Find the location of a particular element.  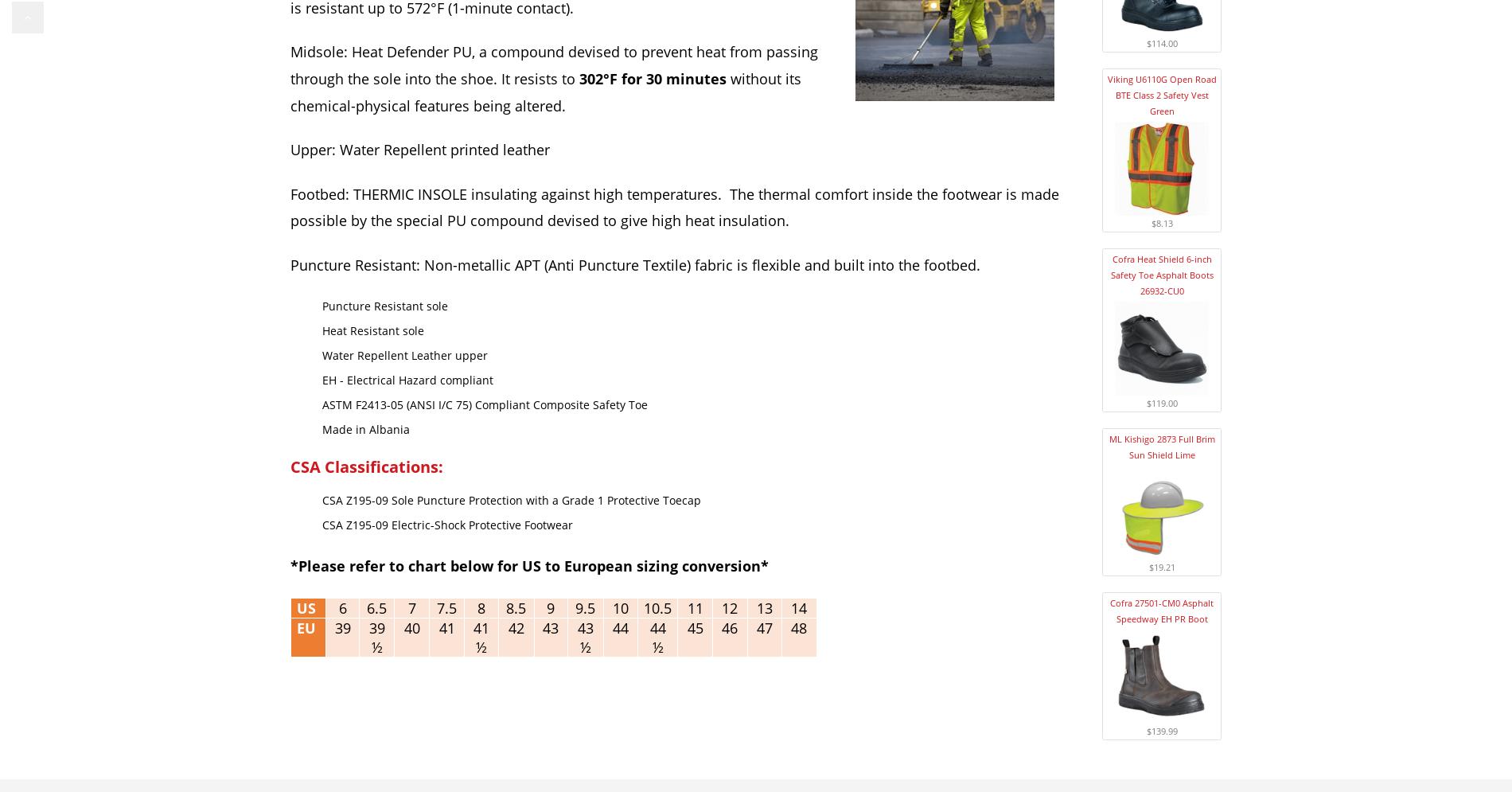

'$19.21' is located at coordinates (1161, 567).